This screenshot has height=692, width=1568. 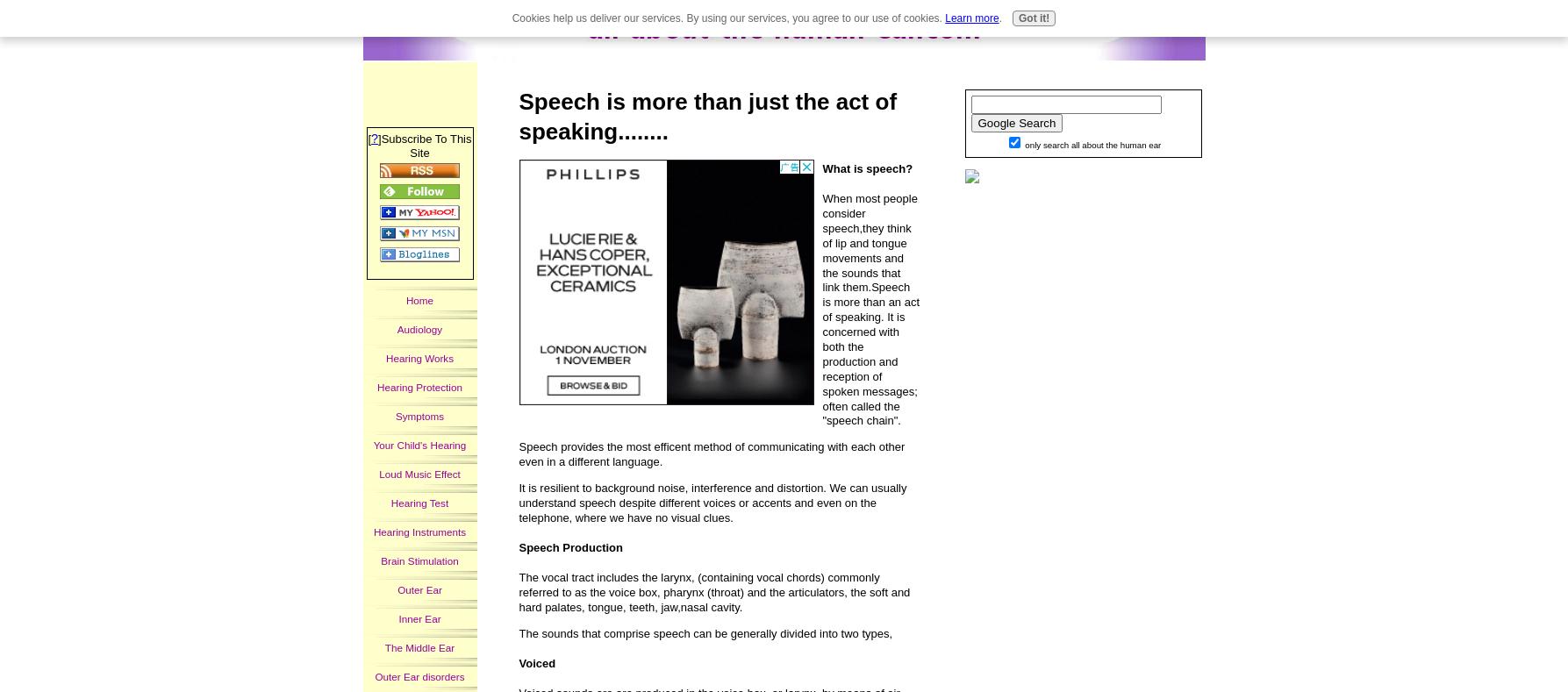 I want to click on 'Voiced', so click(x=536, y=663).